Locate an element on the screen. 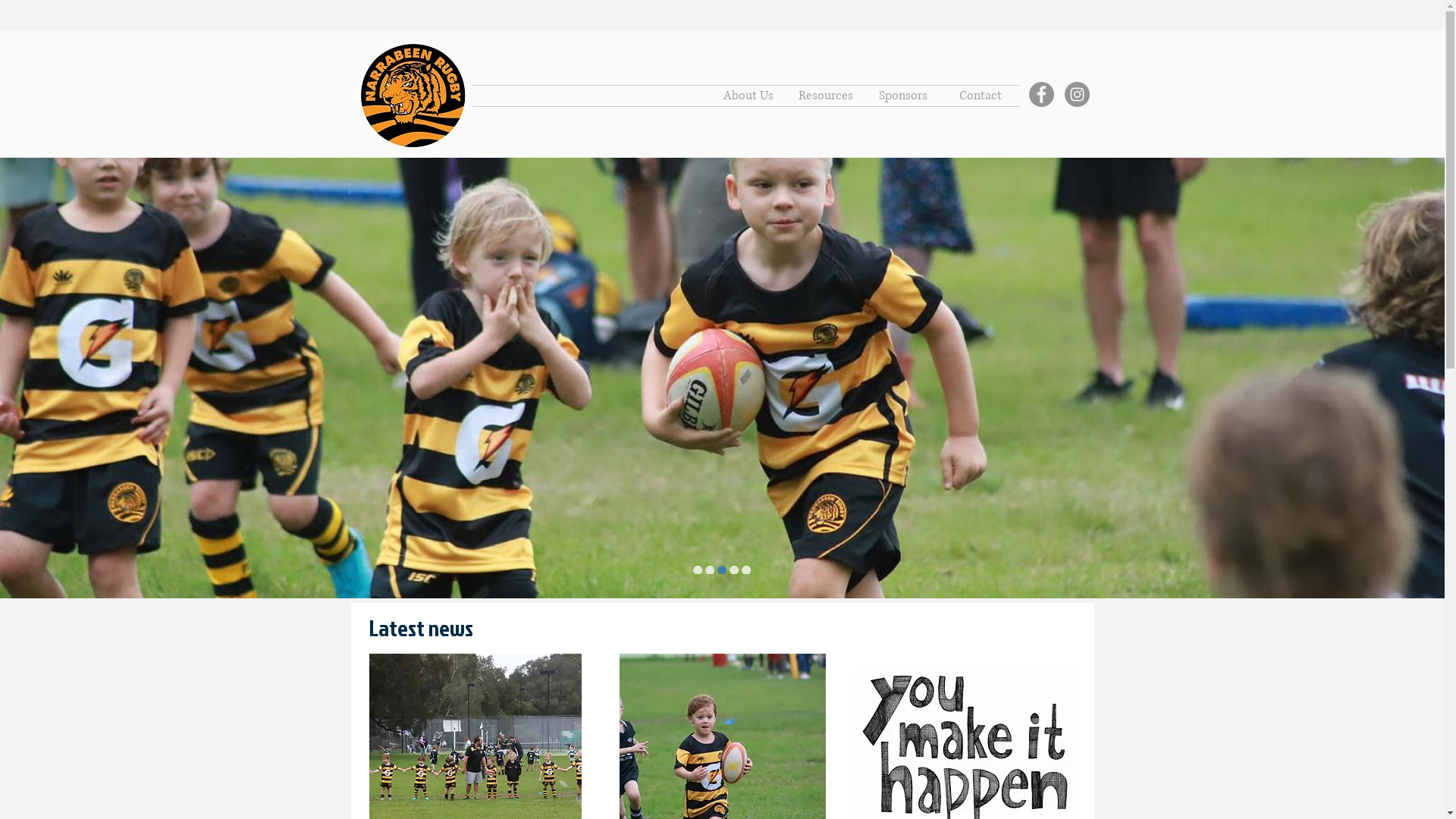 The width and height of the screenshot is (1456, 819). 'Sponsors' is located at coordinates (902, 96).